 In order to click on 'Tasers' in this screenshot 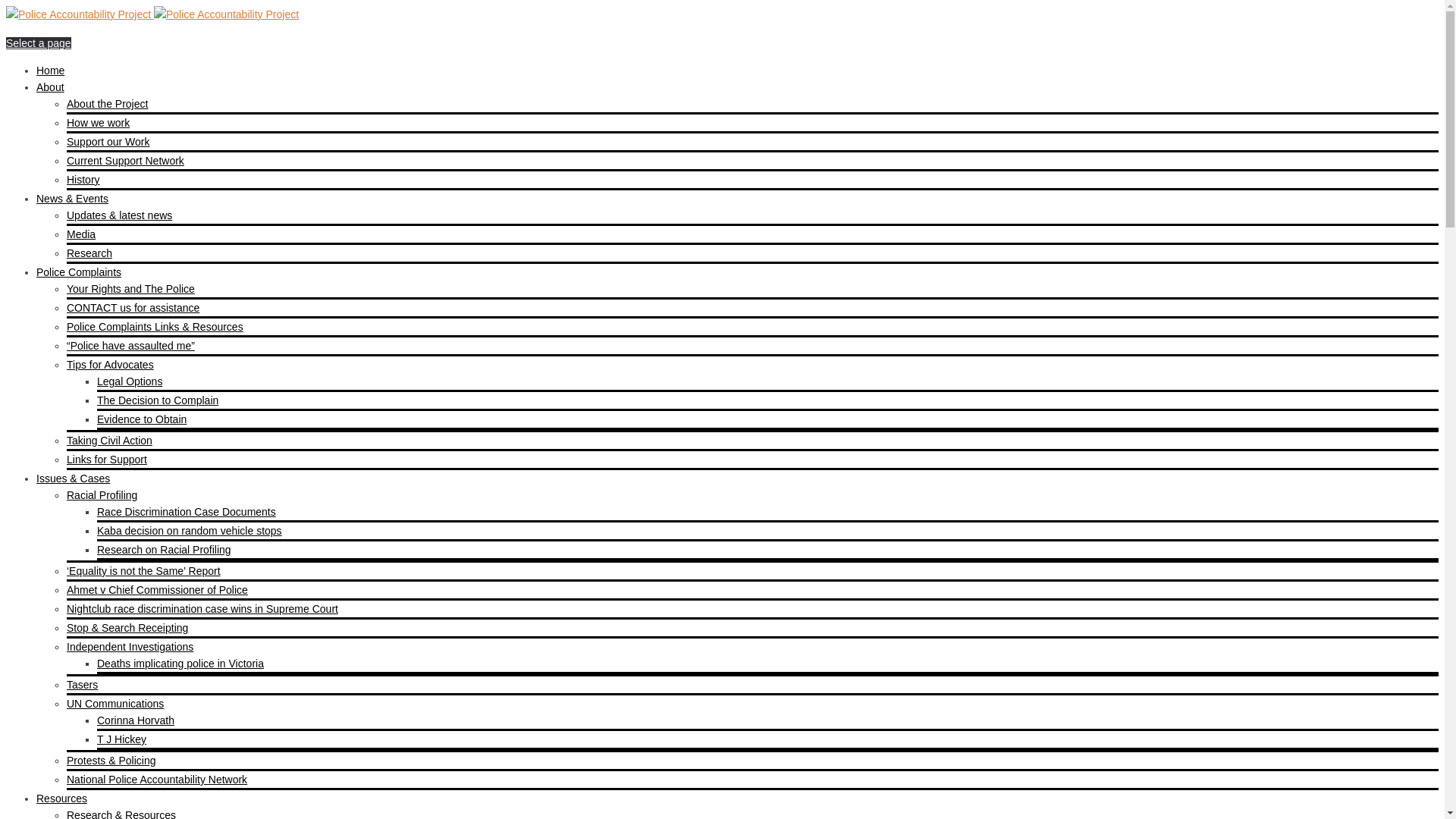, I will do `click(81, 684)`.